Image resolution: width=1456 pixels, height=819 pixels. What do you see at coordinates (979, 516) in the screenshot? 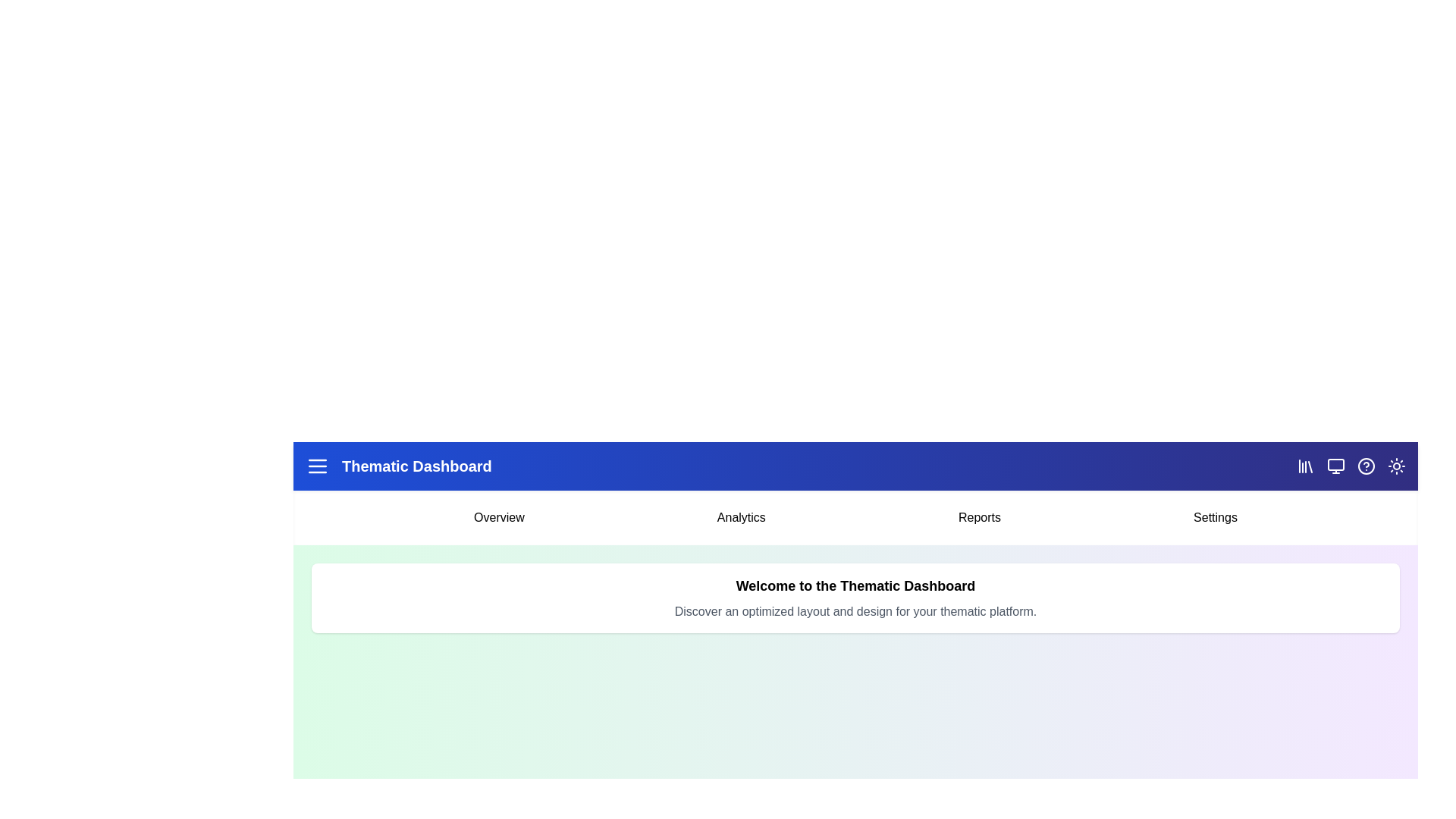
I see `the menu item Reports from the menu bar` at bounding box center [979, 516].